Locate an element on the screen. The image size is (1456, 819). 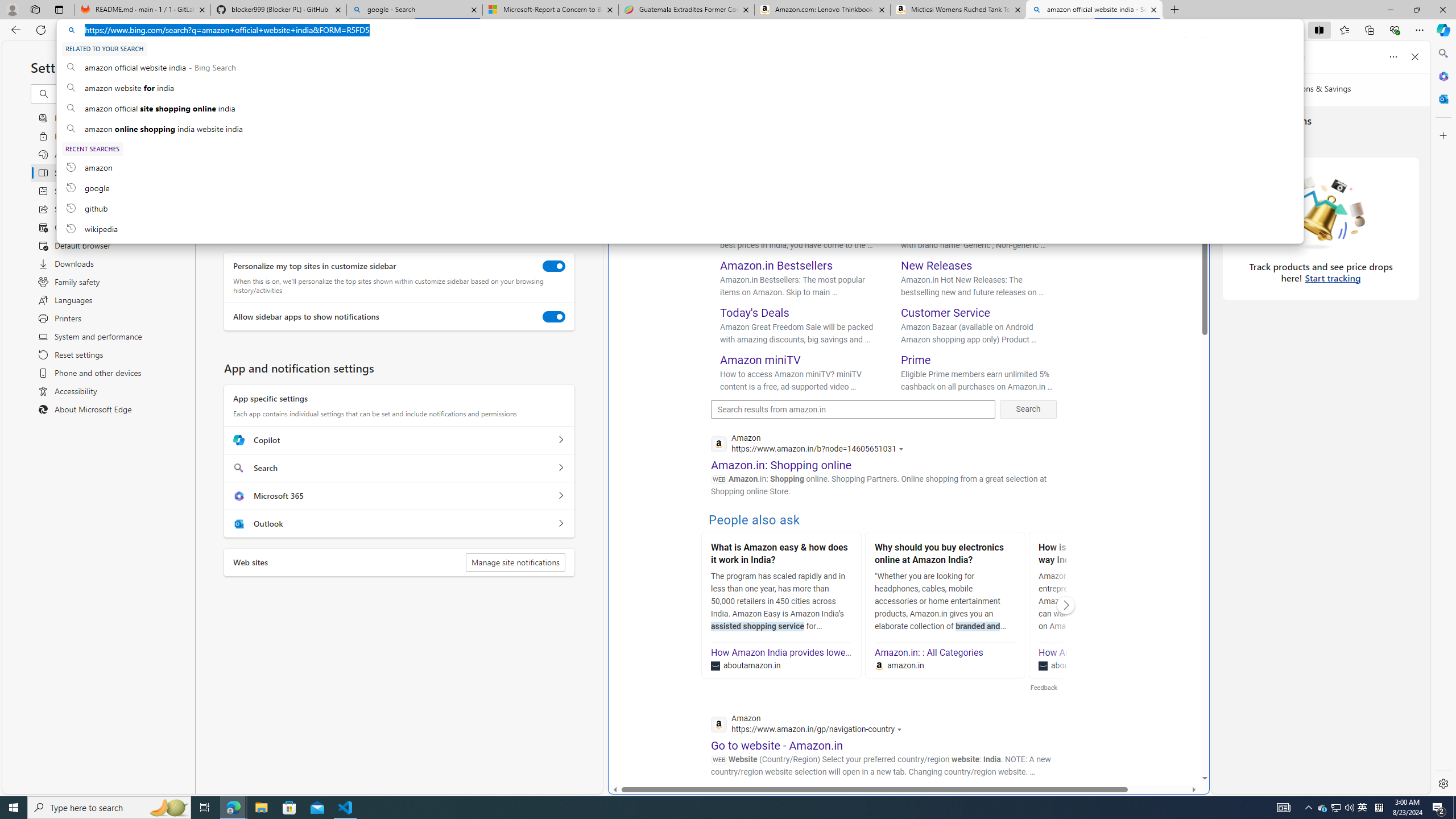
'Amazon.in Bestsellers' is located at coordinates (776, 266).